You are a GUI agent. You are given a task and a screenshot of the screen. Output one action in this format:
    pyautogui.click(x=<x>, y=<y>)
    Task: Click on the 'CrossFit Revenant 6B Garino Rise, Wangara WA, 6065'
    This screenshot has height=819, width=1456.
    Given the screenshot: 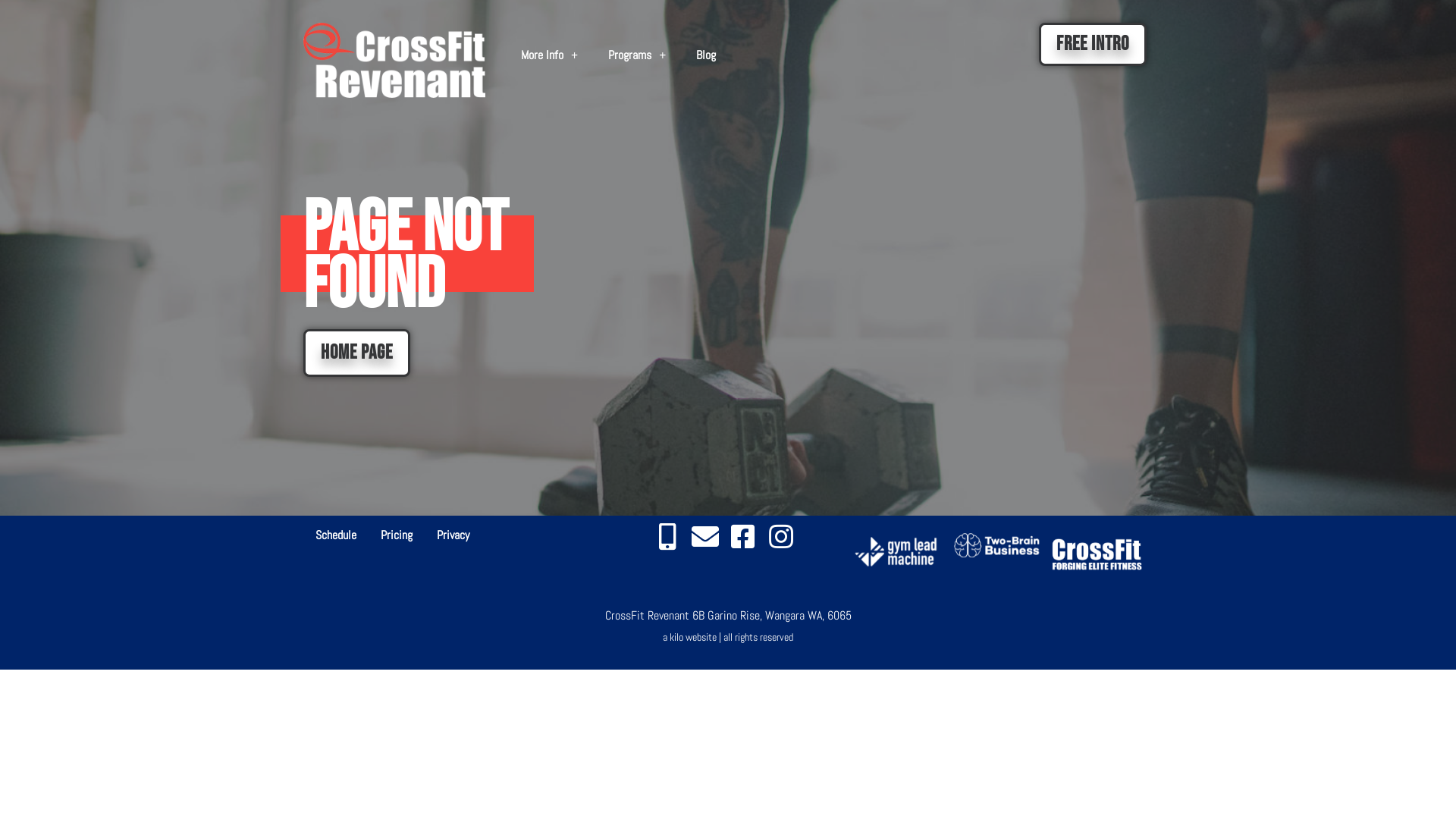 What is the action you would take?
    pyautogui.click(x=728, y=615)
    